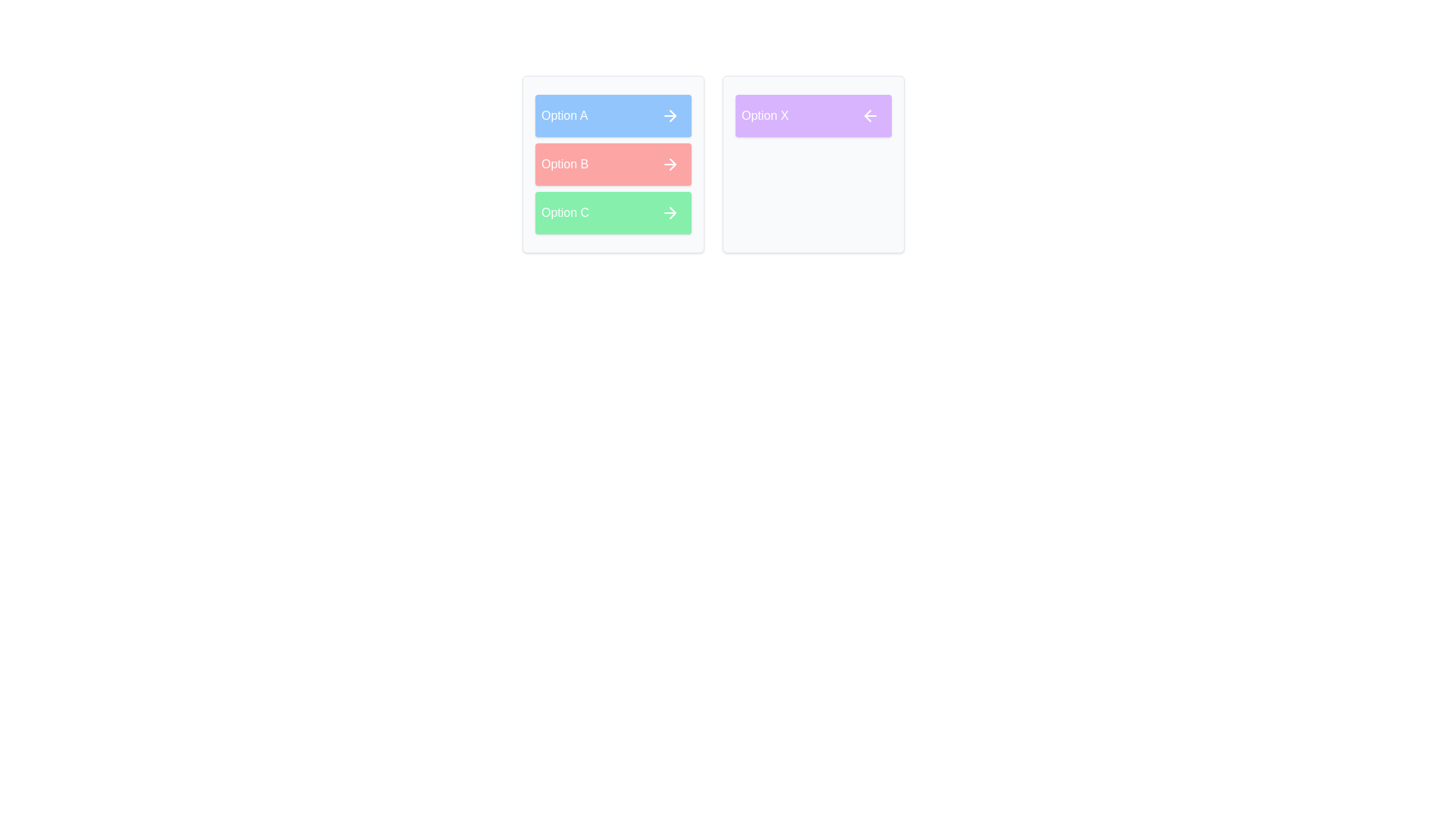 The image size is (1456, 819). What do you see at coordinates (813, 115) in the screenshot?
I see `the item Option X in the list` at bounding box center [813, 115].